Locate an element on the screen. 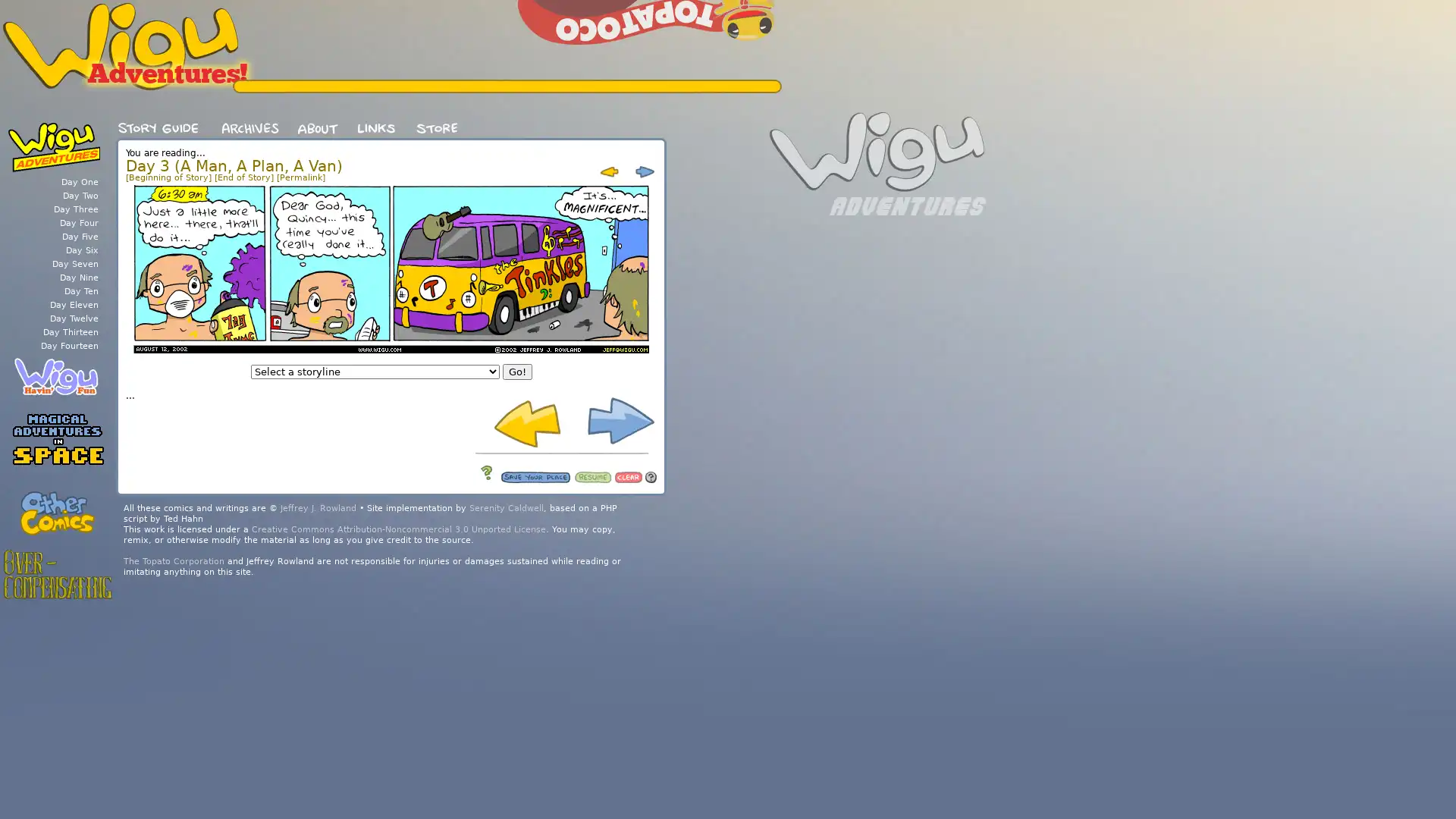 The height and width of the screenshot is (819, 1456). Go! is located at coordinates (516, 372).